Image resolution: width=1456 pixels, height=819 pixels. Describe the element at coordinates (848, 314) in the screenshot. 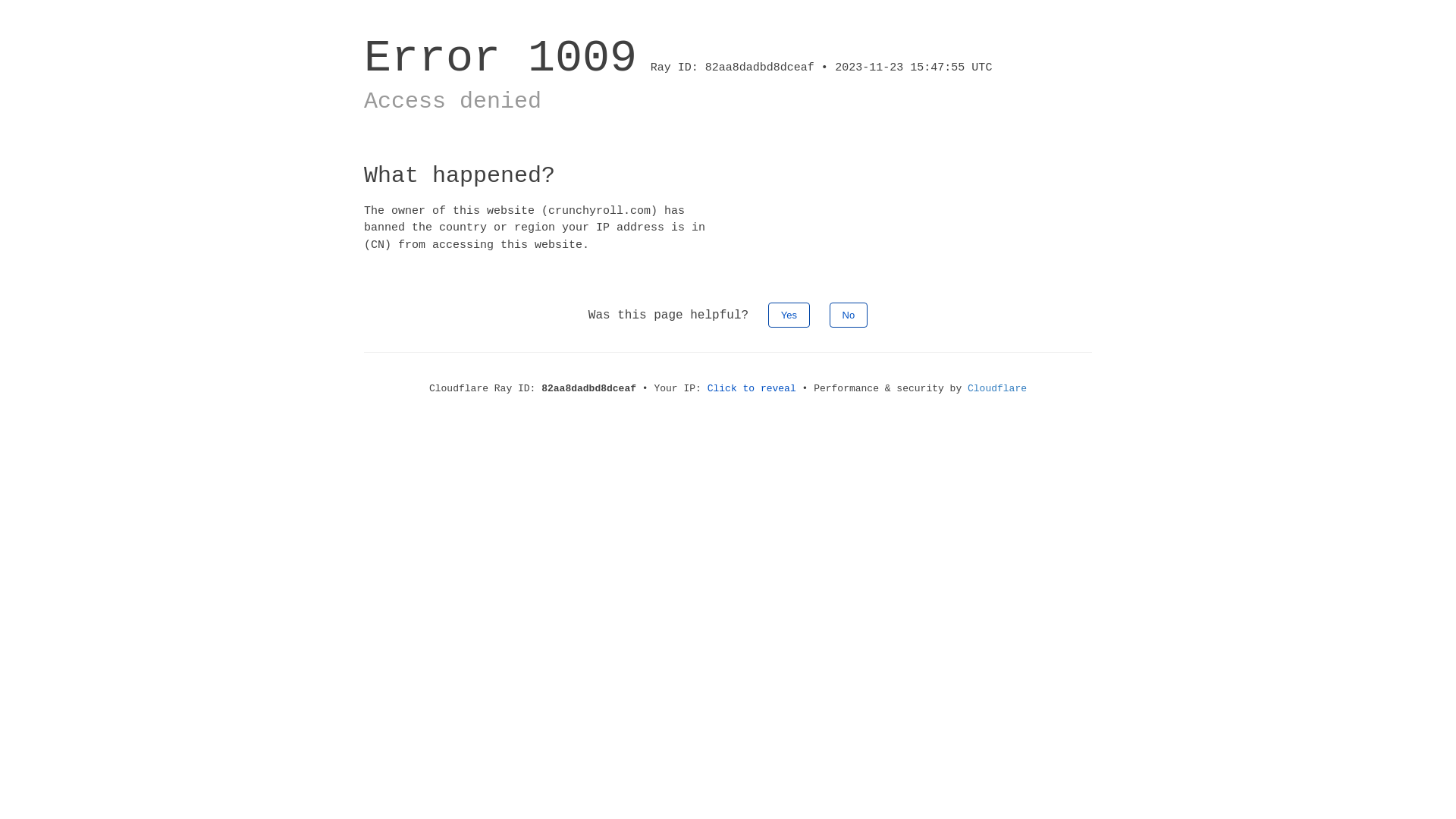

I see `'No'` at that location.